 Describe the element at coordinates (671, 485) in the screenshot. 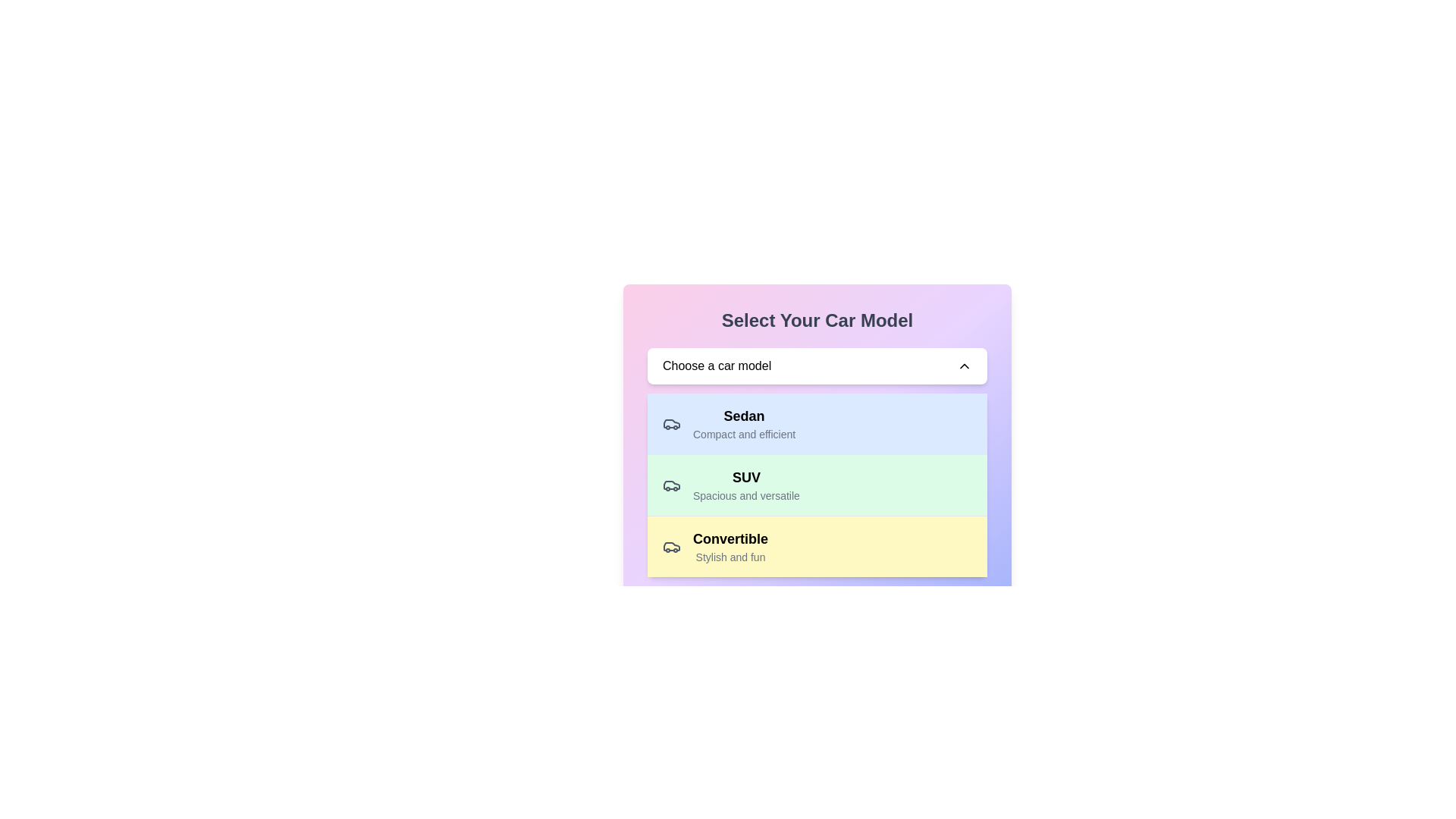

I see `the decorative SUV icon in the dropdown menu, which is a static graphical representation aiding in visual identification` at that location.